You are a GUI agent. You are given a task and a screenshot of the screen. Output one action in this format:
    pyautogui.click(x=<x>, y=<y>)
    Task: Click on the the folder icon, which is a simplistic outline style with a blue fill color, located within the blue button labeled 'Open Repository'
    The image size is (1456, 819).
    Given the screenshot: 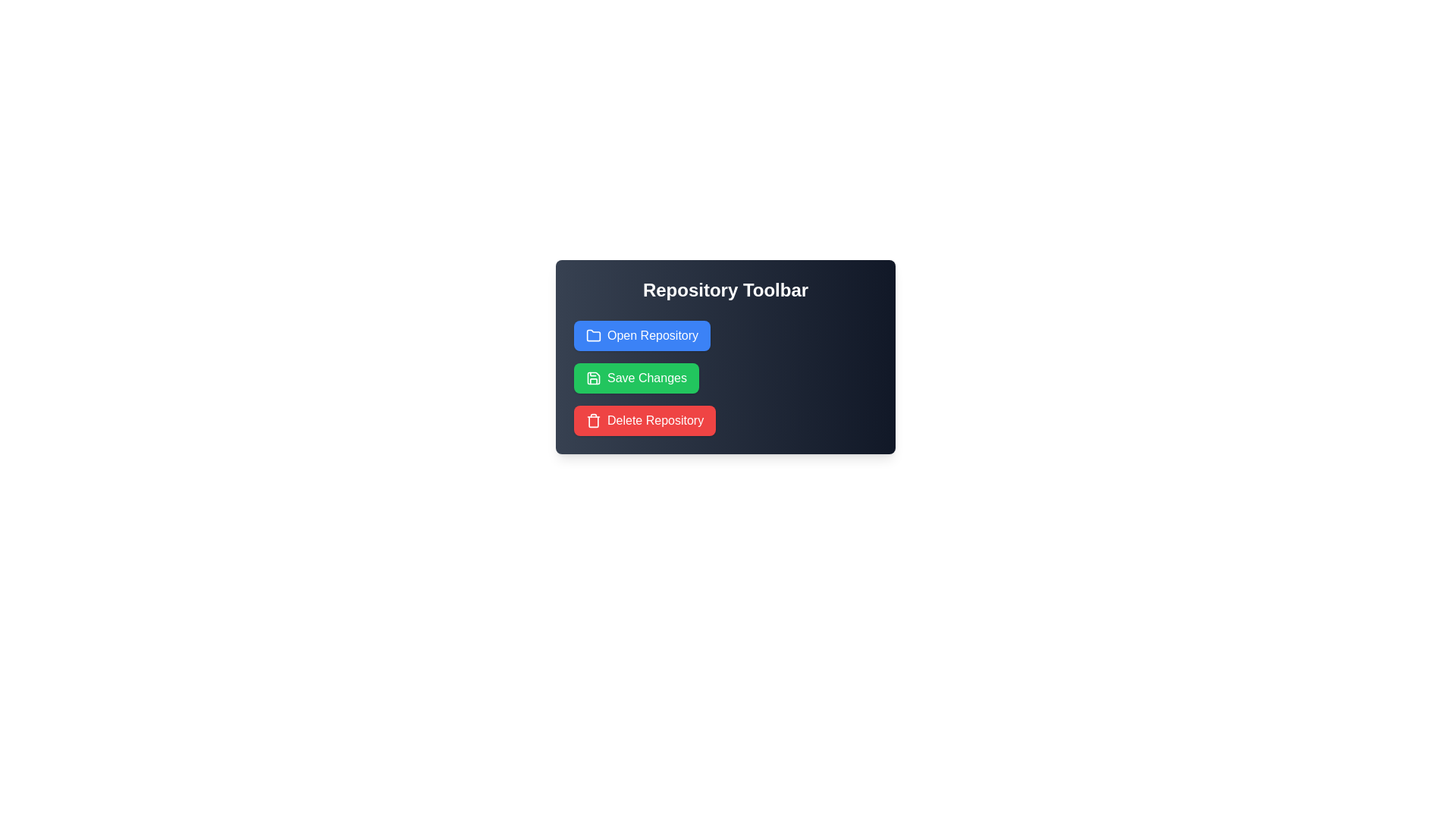 What is the action you would take?
    pyautogui.click(x=592, y=334)
    